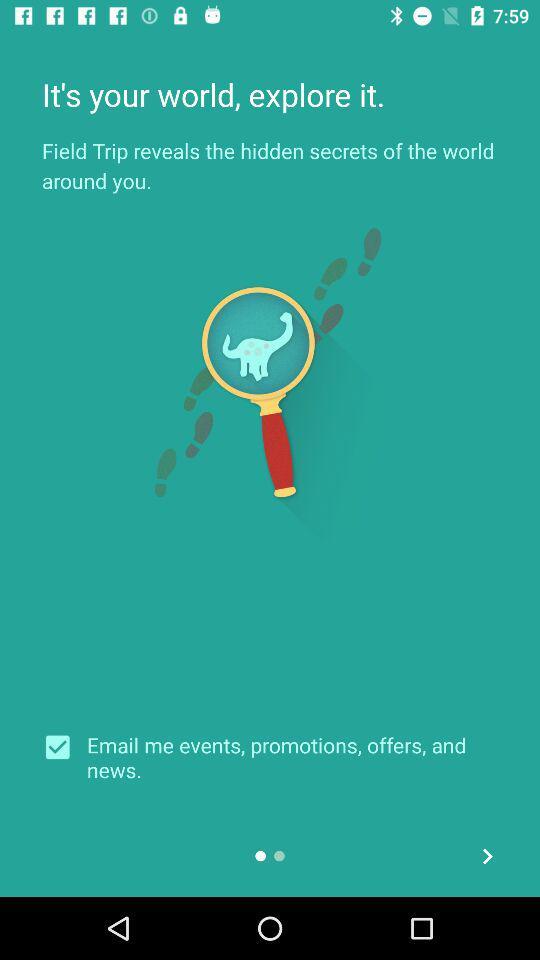  Describe the element at coordinates (64, 746) in the screenshot. I see `sign up for email alerts` at that location.